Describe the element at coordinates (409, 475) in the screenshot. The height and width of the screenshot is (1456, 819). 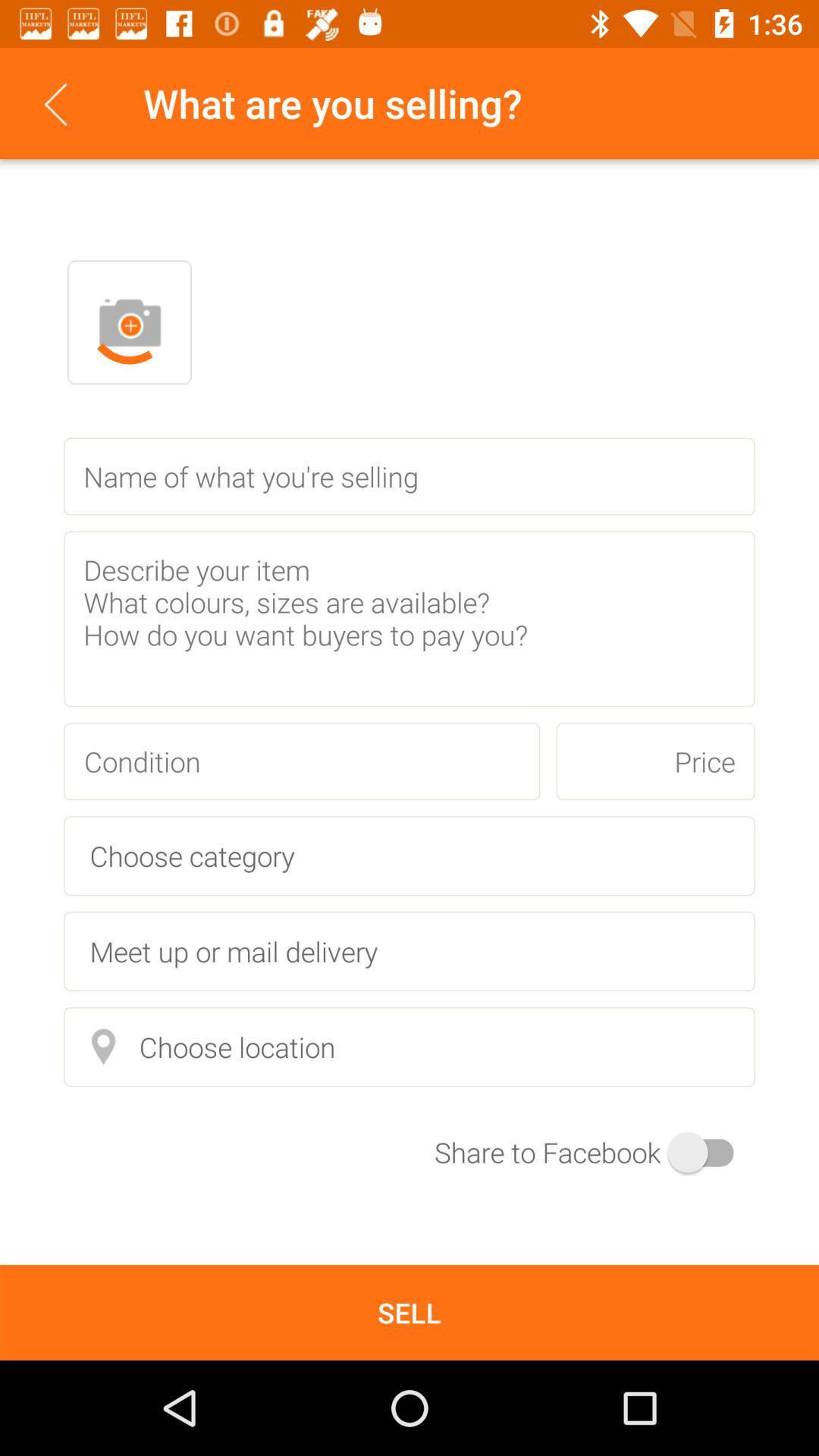
I see `name` at that location.